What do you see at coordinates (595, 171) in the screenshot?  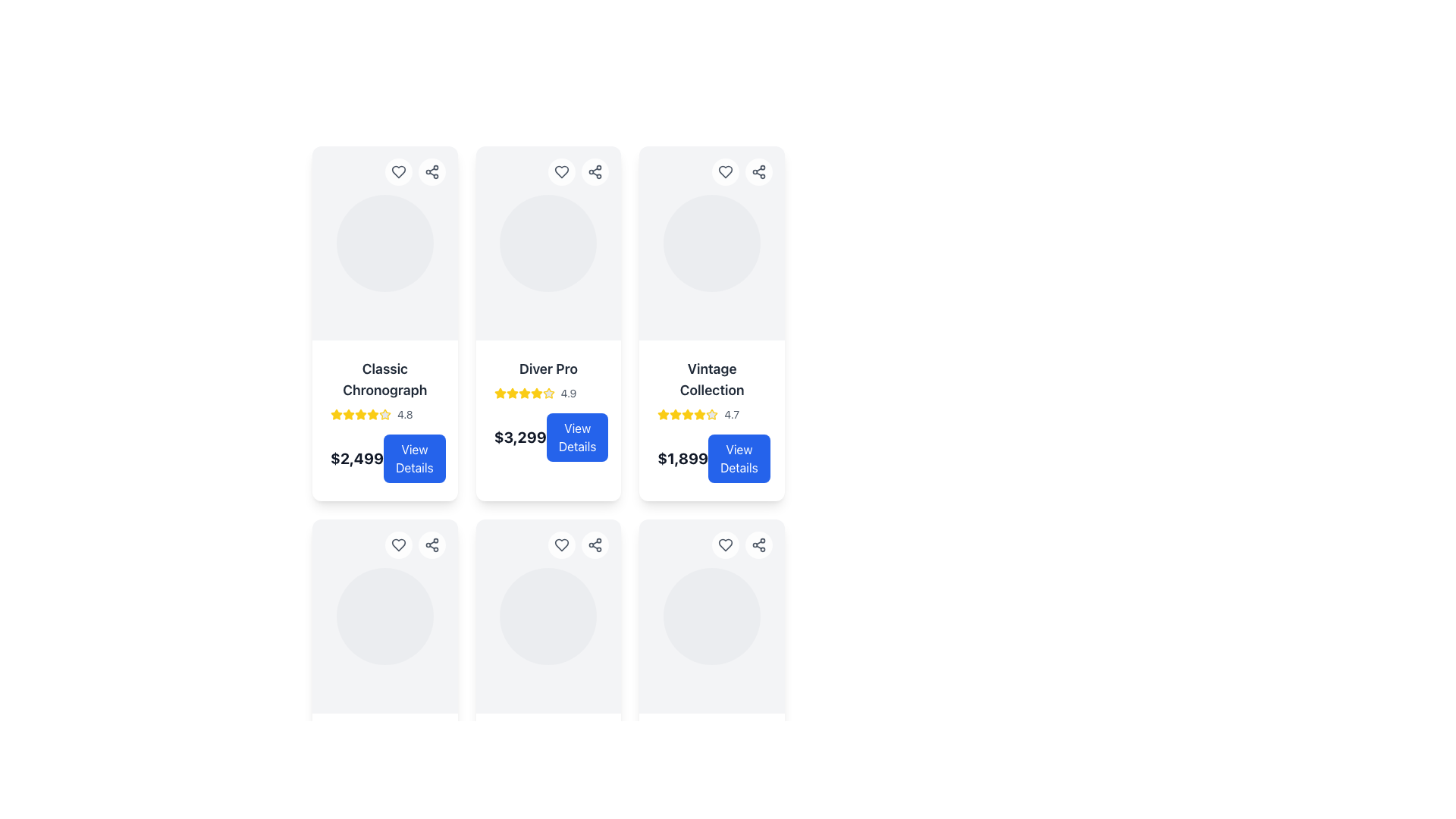 I see `the icon button located at the top-right corner of the third card` at bounding box center [595, 171].